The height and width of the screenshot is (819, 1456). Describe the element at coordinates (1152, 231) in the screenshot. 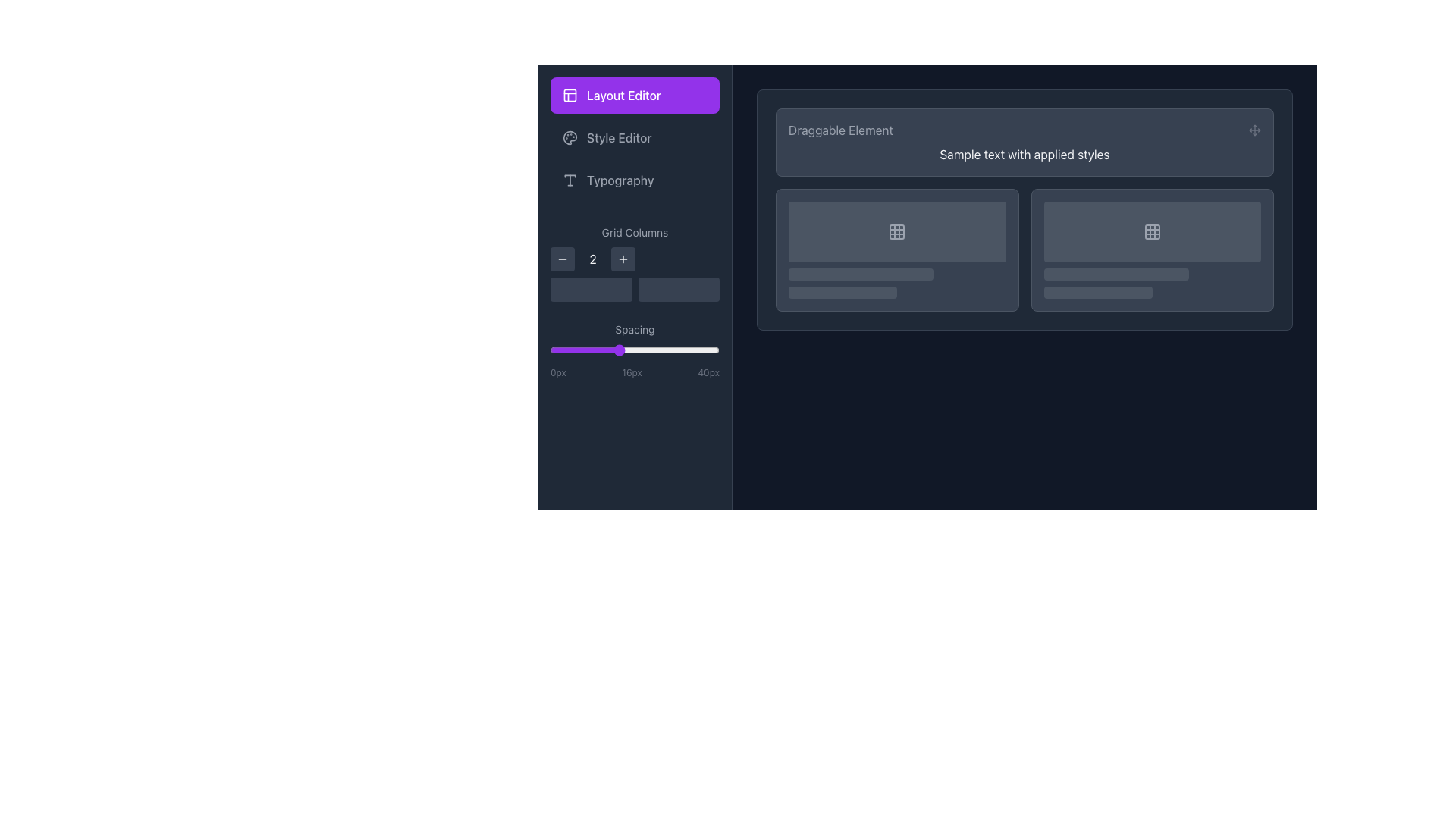

I see `the central square with rounded corners located in the middle of a 3x3 grid icon on the right side of its containing group` at that location.